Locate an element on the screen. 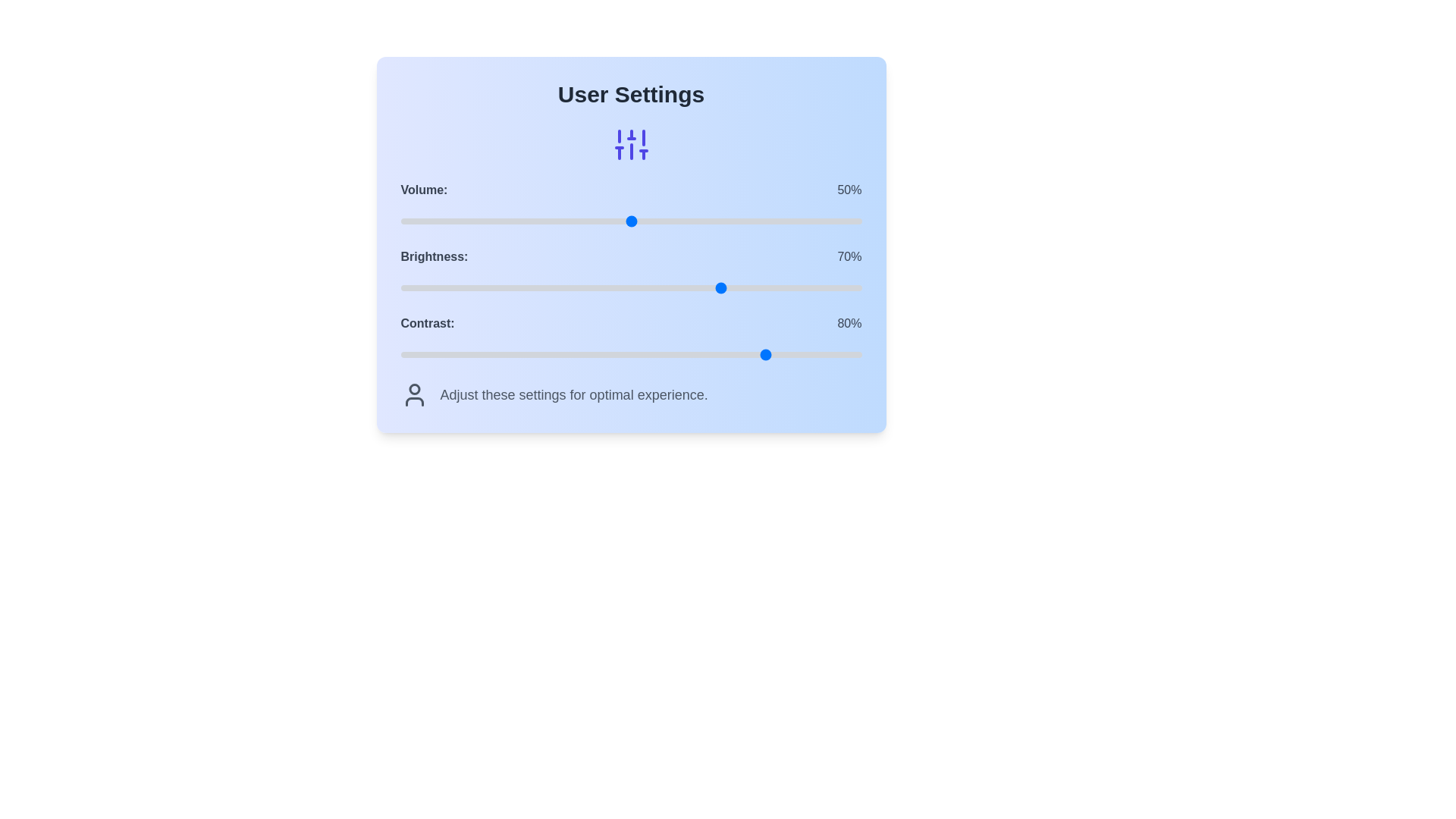 The height and width of the screenshot is (819, 1456). brightness is located at coordinates (603, 288).